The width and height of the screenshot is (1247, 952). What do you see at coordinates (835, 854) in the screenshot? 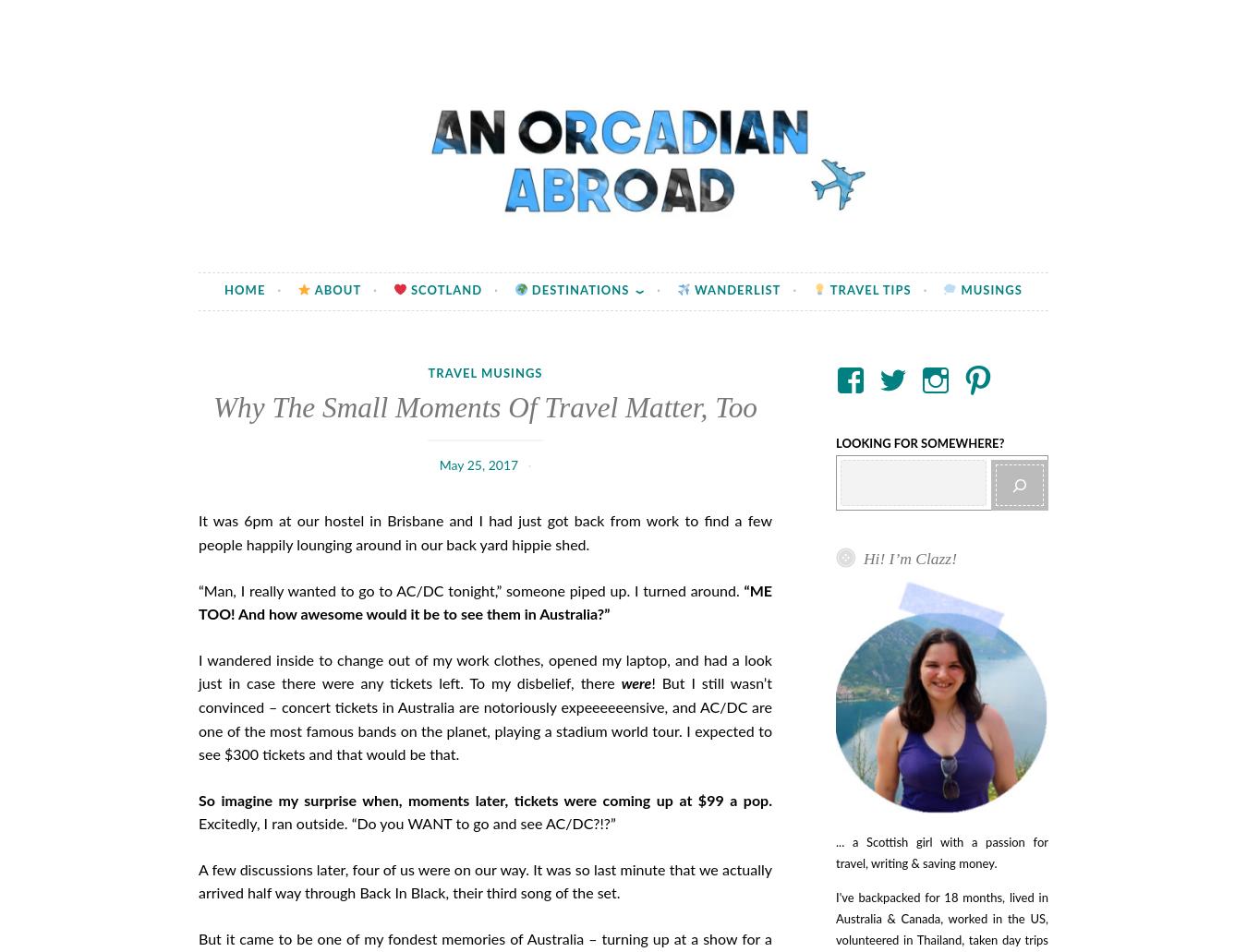
I see `'... a Scottish girl with a passion for travel, writing & saving money.'` at bounding box center [835, 854].